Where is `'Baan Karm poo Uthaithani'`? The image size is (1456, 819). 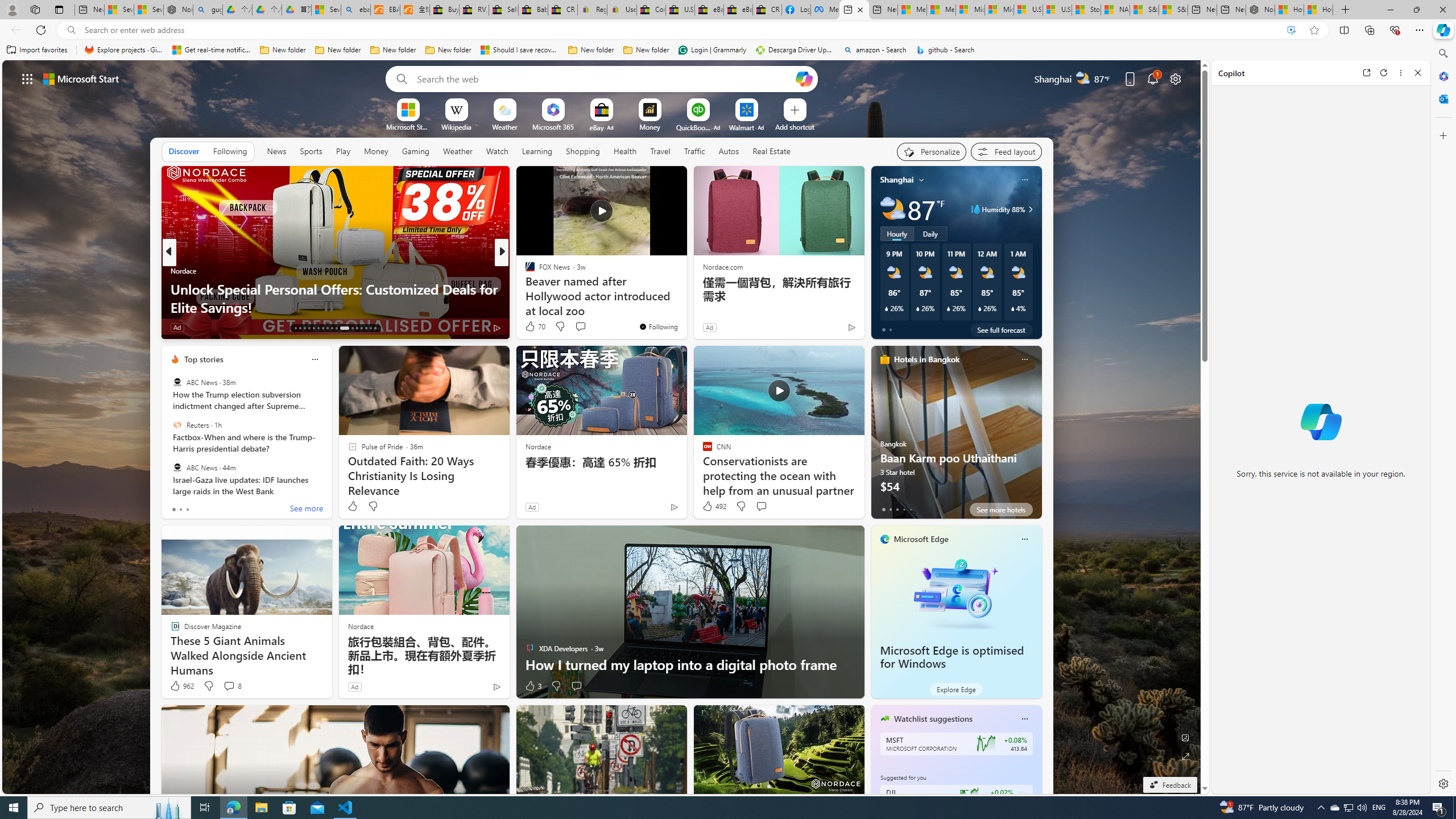
'Baan Karm poo Uthaithani' is located at coordinates (955, 436).